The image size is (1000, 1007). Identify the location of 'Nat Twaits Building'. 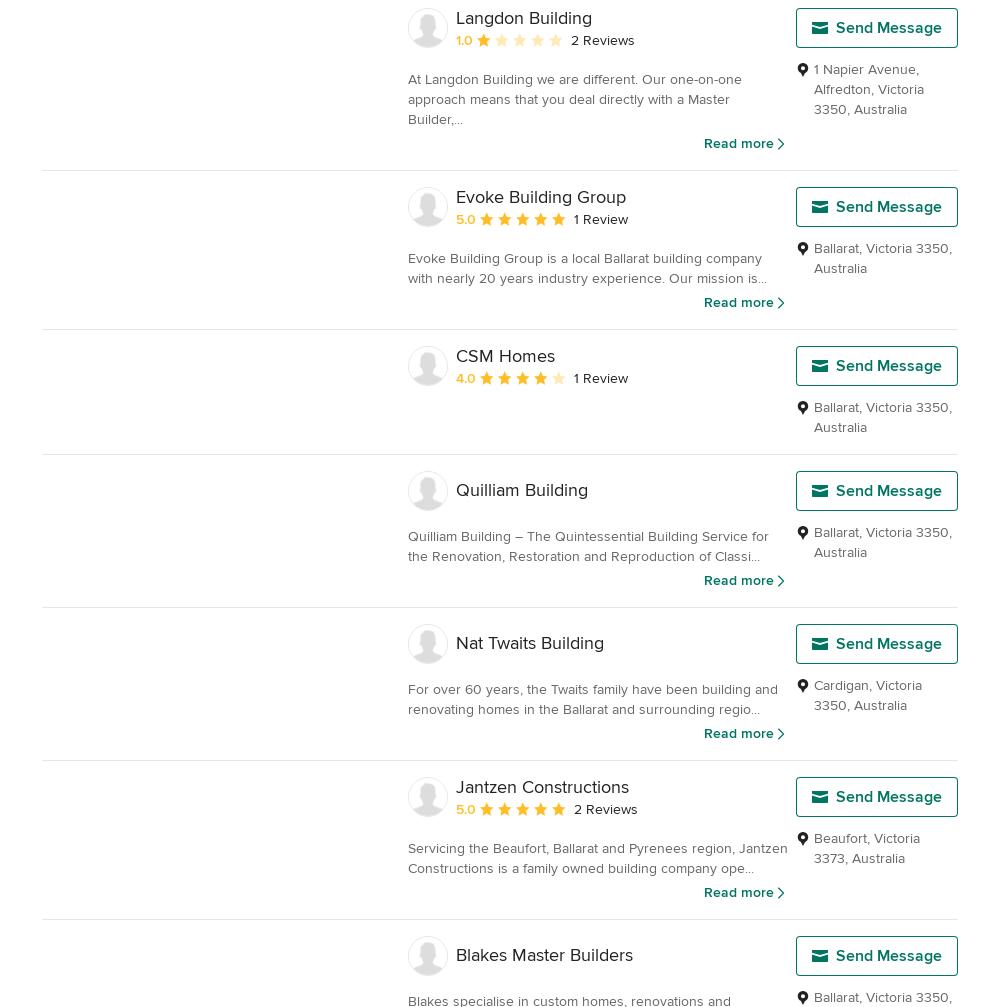
(530, 641).